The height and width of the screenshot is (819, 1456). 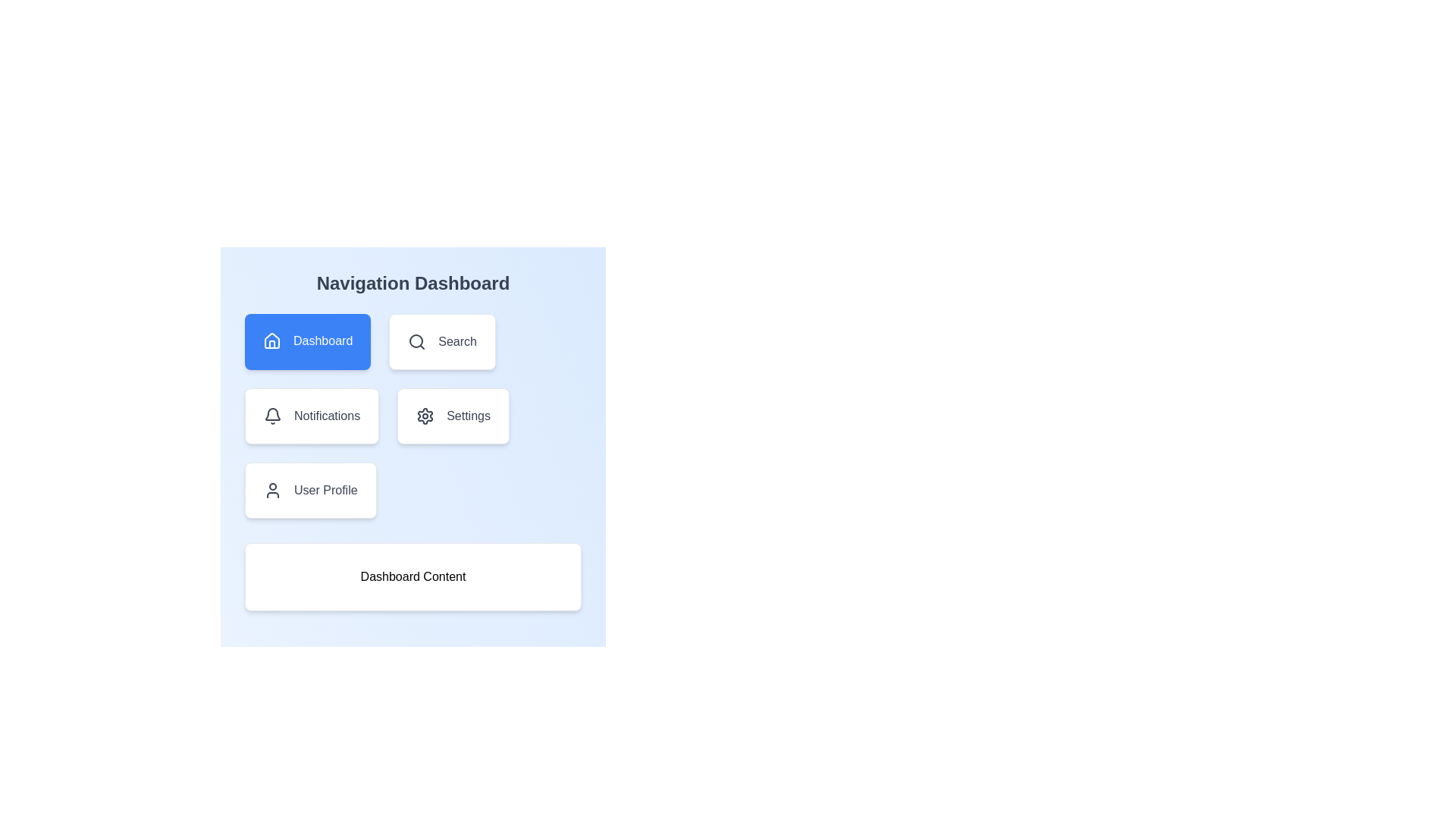 I want to click on the user profile icon, which is a circular head with a shoulder line, located in the bottom-left section of the navigation panel labeled 'User Profile', so click(x=273, y=491).